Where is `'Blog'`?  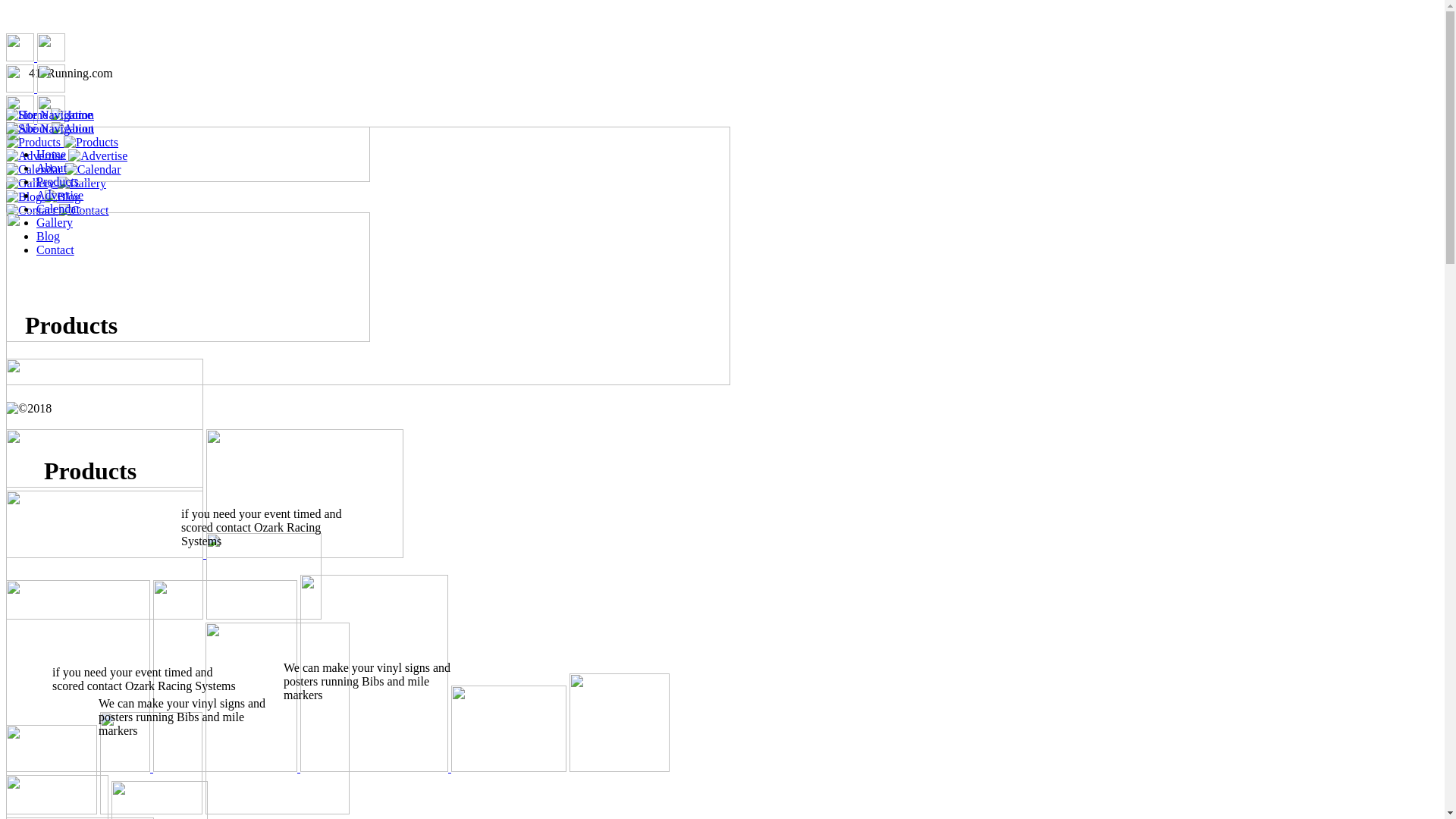 'Blog' is located at coordinates (48, 236).